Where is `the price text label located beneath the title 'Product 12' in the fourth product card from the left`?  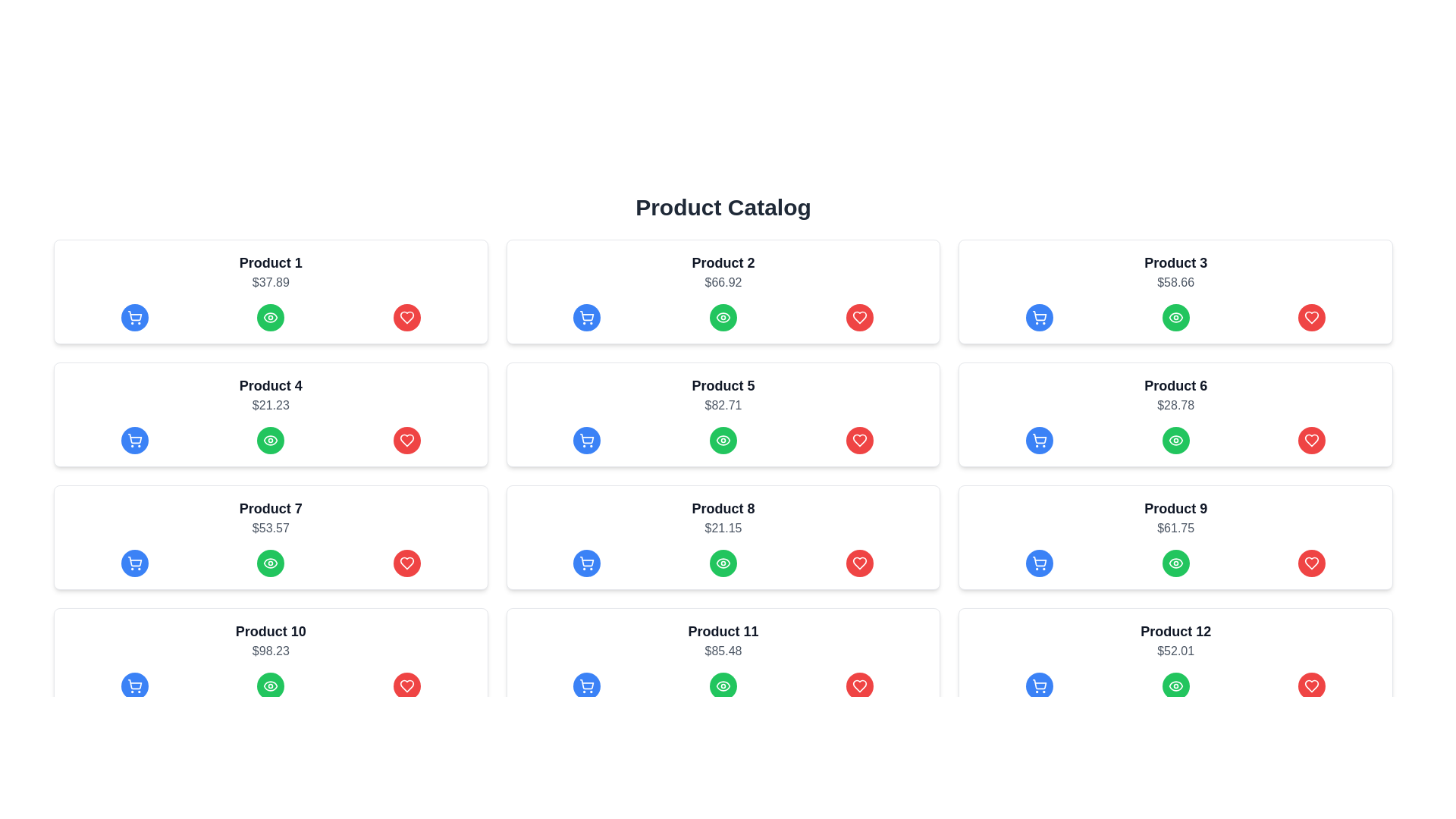 the price text label located beneath the title 'Product 12' in the fourth product card from the left is located at coordinates (1175, 651).